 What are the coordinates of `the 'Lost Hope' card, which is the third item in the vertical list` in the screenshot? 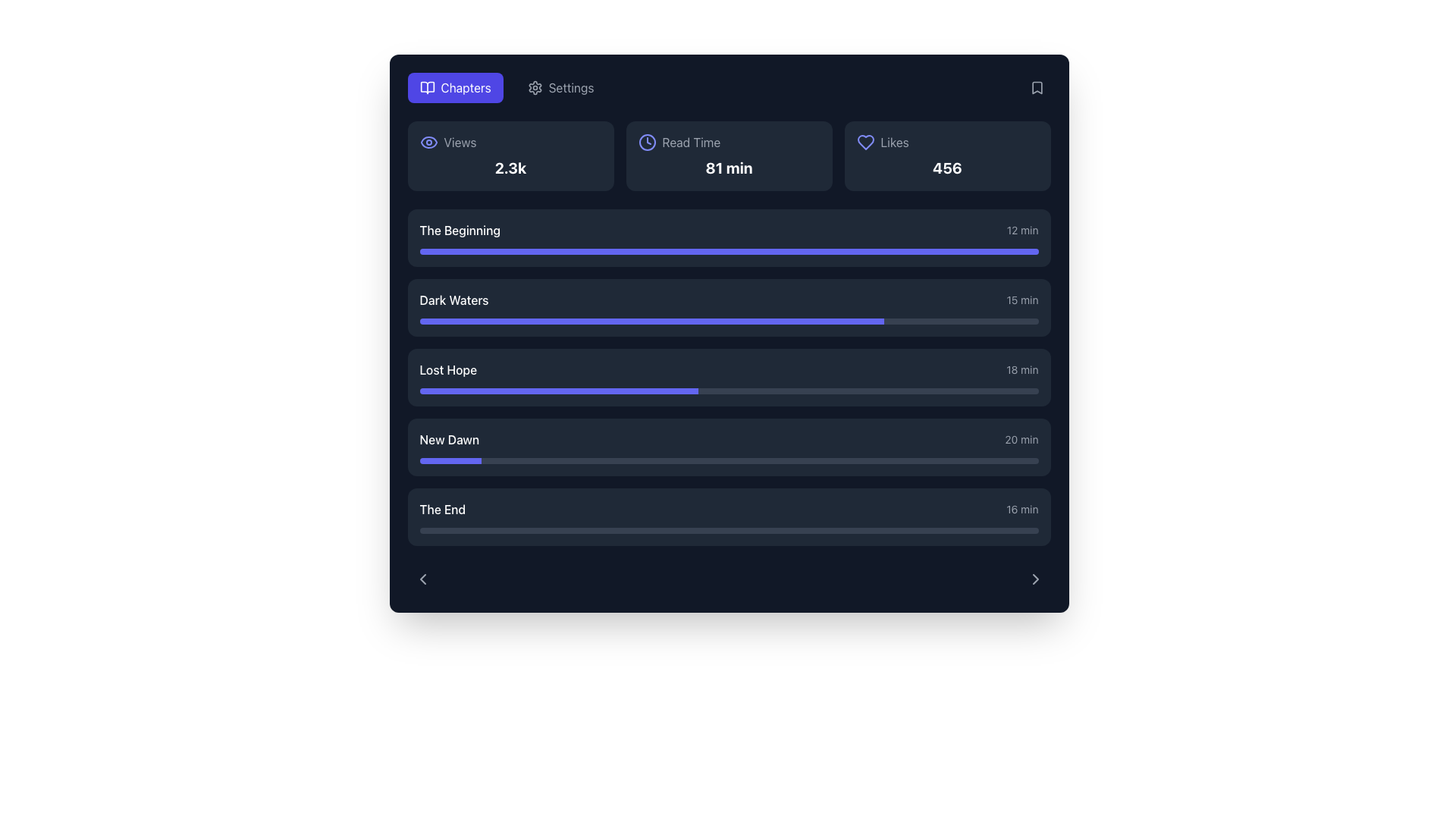 It's located at (729, 376).